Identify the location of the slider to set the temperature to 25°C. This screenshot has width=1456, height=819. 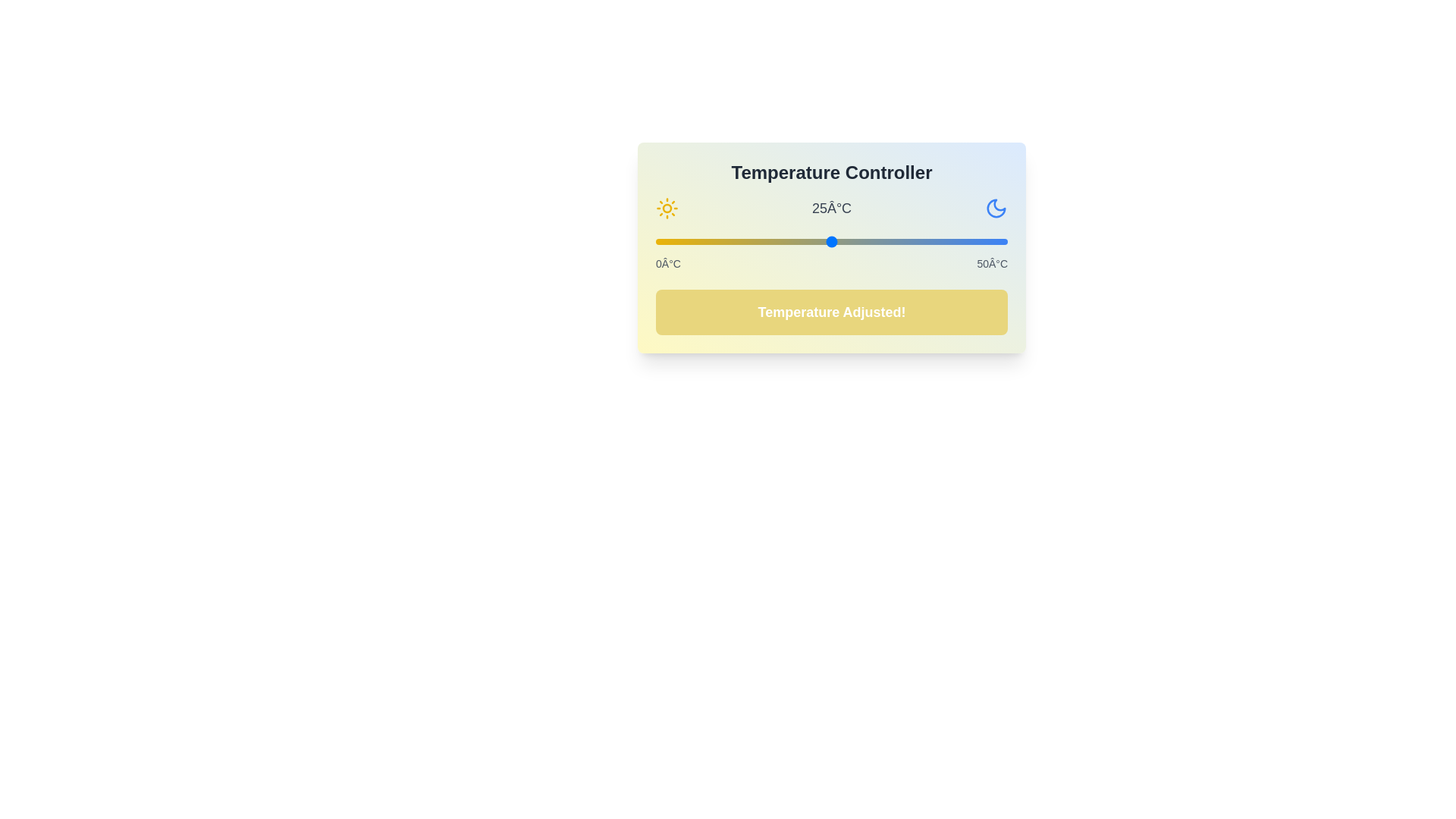
(831, 241).